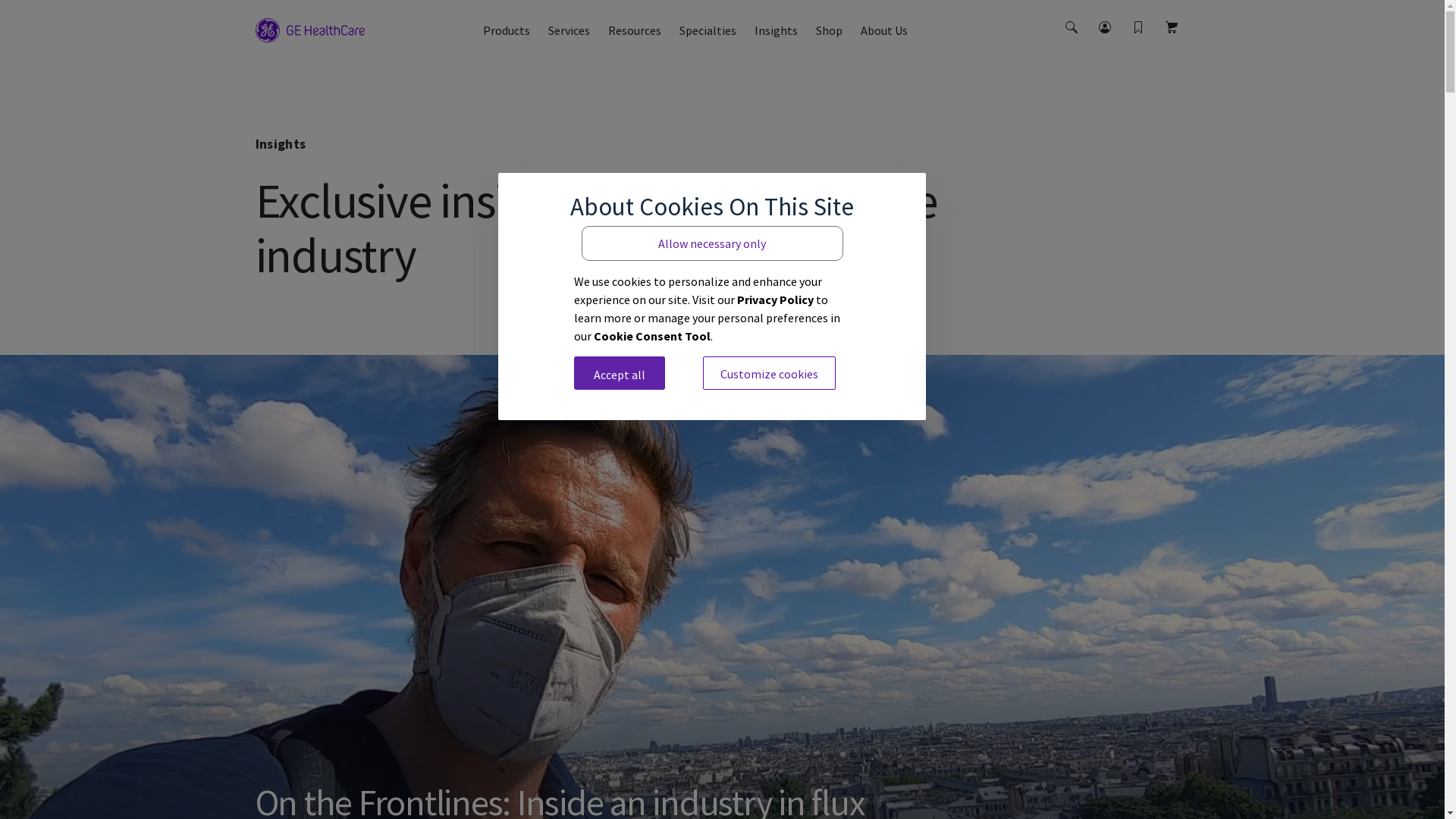 The height and width of the screenshot is (819, 1456). What do you see at coordinates (711, 242) in the screenshot?
I see `'Allow necessary only'` at bounding box center [711, 242].